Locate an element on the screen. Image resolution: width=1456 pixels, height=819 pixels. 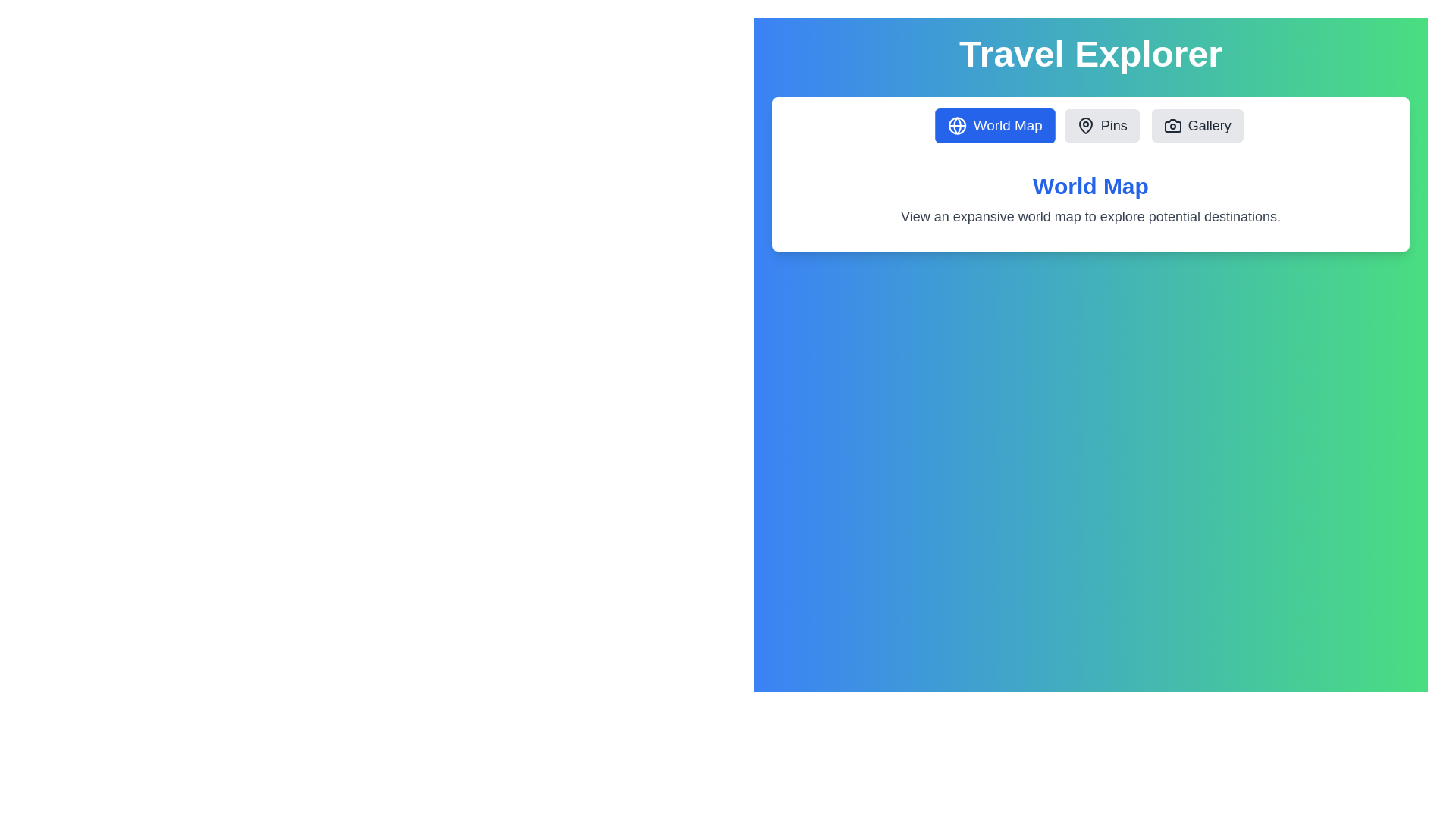
the tab labeled World Map is located at coordinates (994, 124).